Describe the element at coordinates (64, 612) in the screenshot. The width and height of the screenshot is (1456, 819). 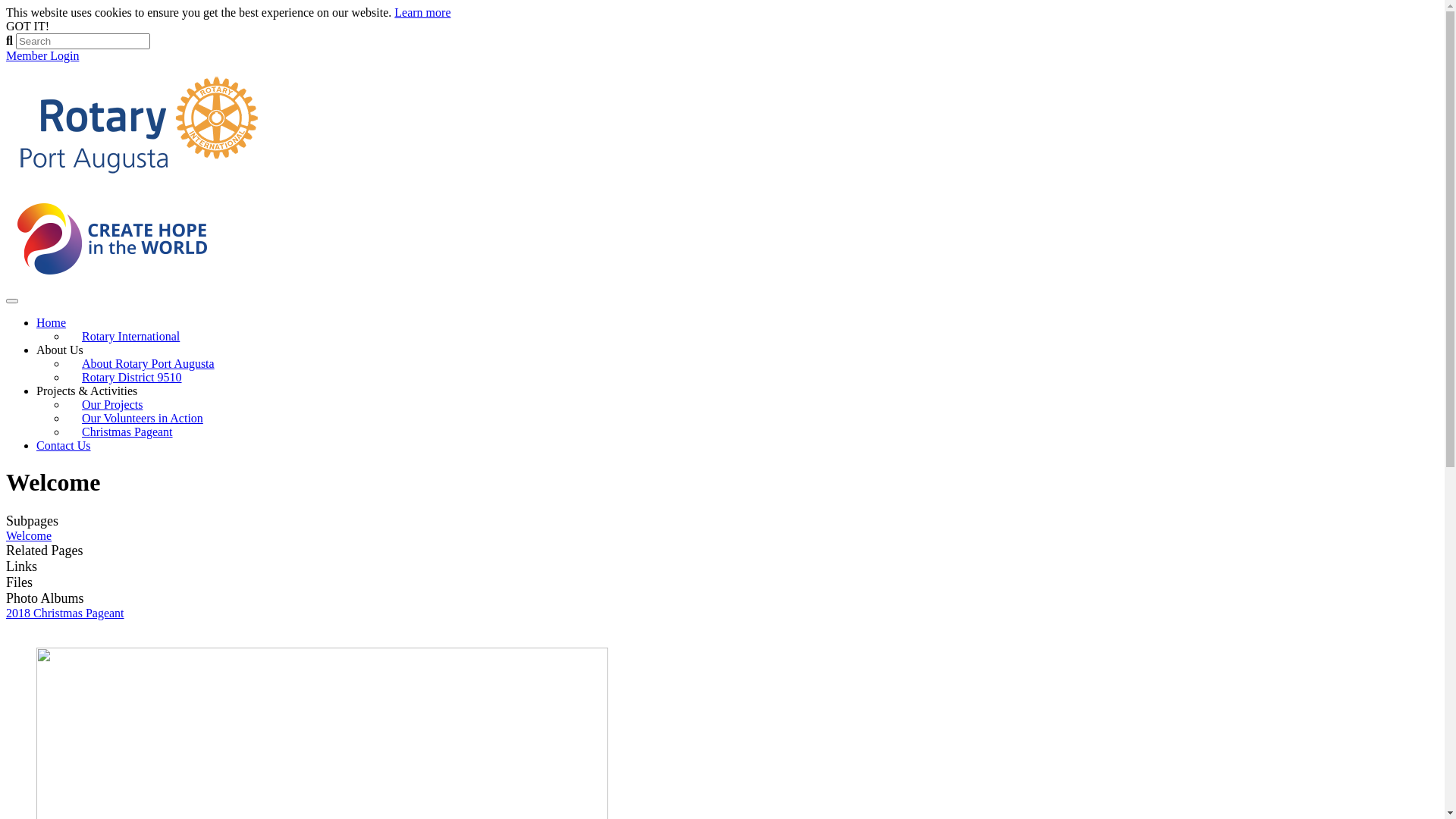
I see `'2018 Christmas Pageant'` at that location.